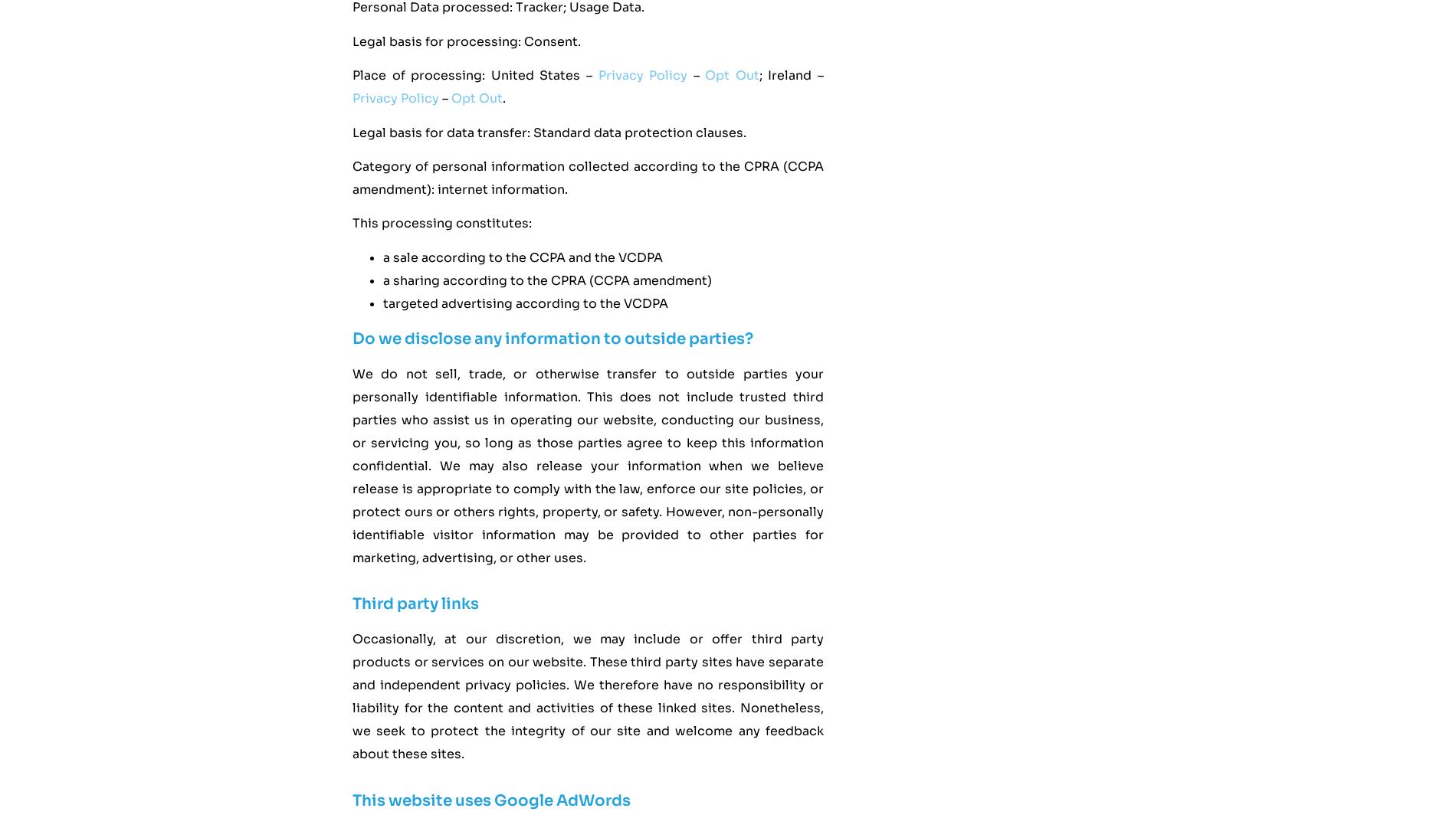 This screenshot has width=1456, height=818. What do you see at coordinates (523, 256) in the screenshot?
I see `'a sale according to the CCPA and the VCDPA'` at bounding box center [523, 256].